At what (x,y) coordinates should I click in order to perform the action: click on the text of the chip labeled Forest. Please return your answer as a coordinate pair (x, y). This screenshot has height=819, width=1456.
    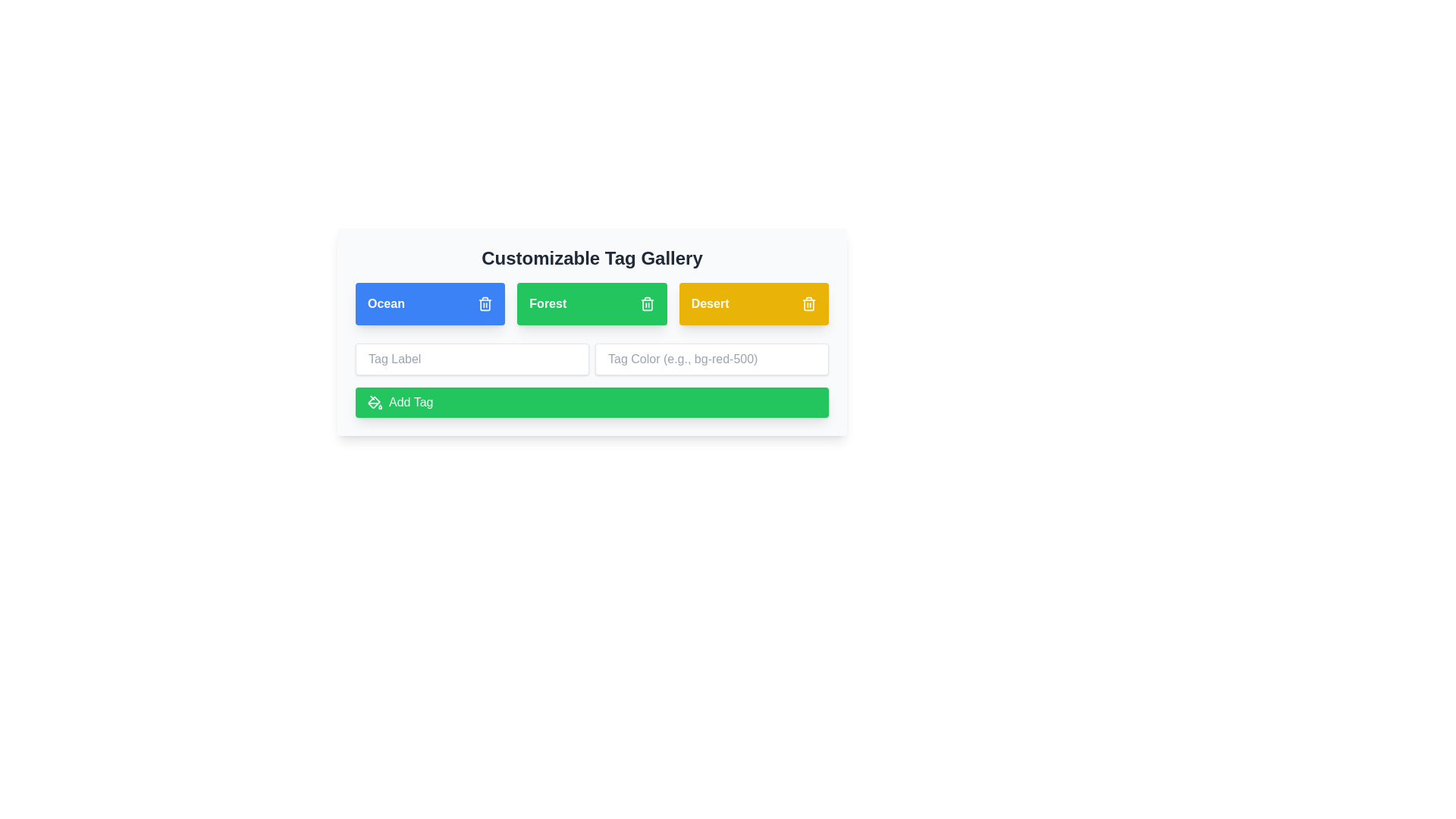
    Looking at the image, I should click on (546, 304).